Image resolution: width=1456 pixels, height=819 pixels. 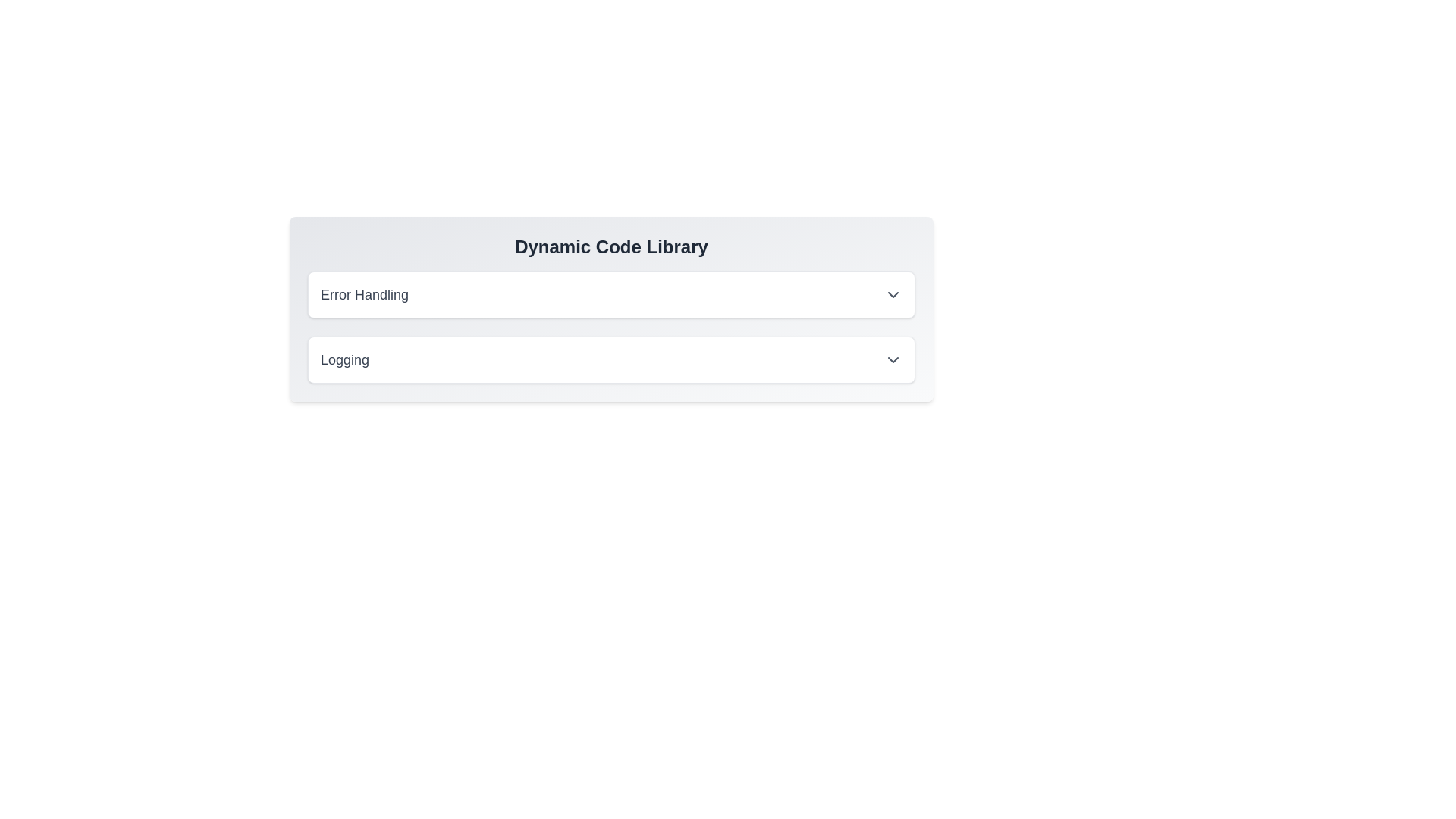 What do you see at coordinates (893, 295) in the screenshot?
I see `the Dropdown toggle icon located on the right side of the 'Error Handling' label` at bounding box center [893, 295].